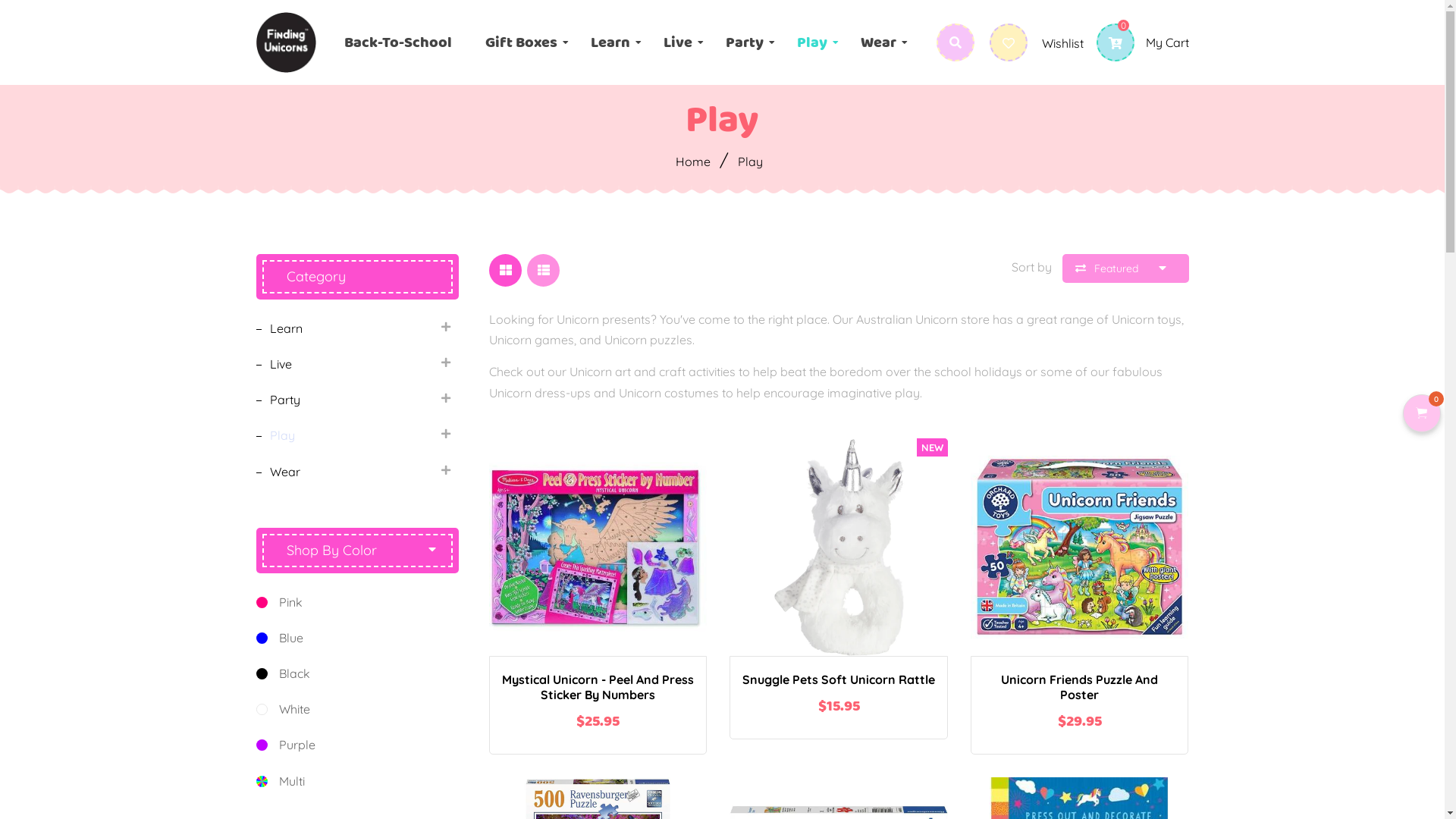 Image resolution: width=1456 pixels, height=819 pixels. What do you see at coordinates (488, 269) in the screenshot?
I see `'Grid view'` at bounding box center [488, 269].